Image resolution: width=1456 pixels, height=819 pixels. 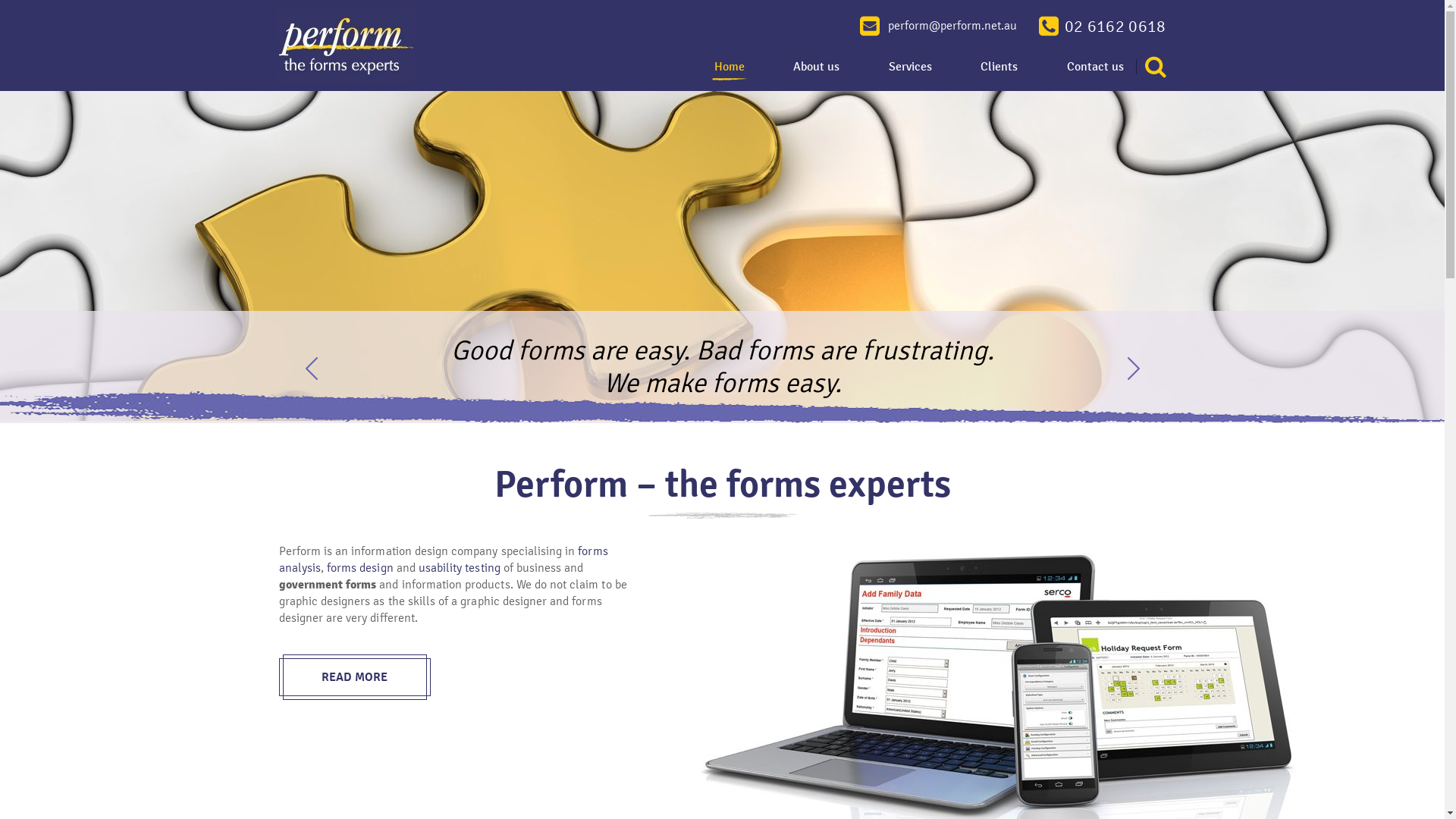 I want to click on 'Home', so click(x=728, y=72).